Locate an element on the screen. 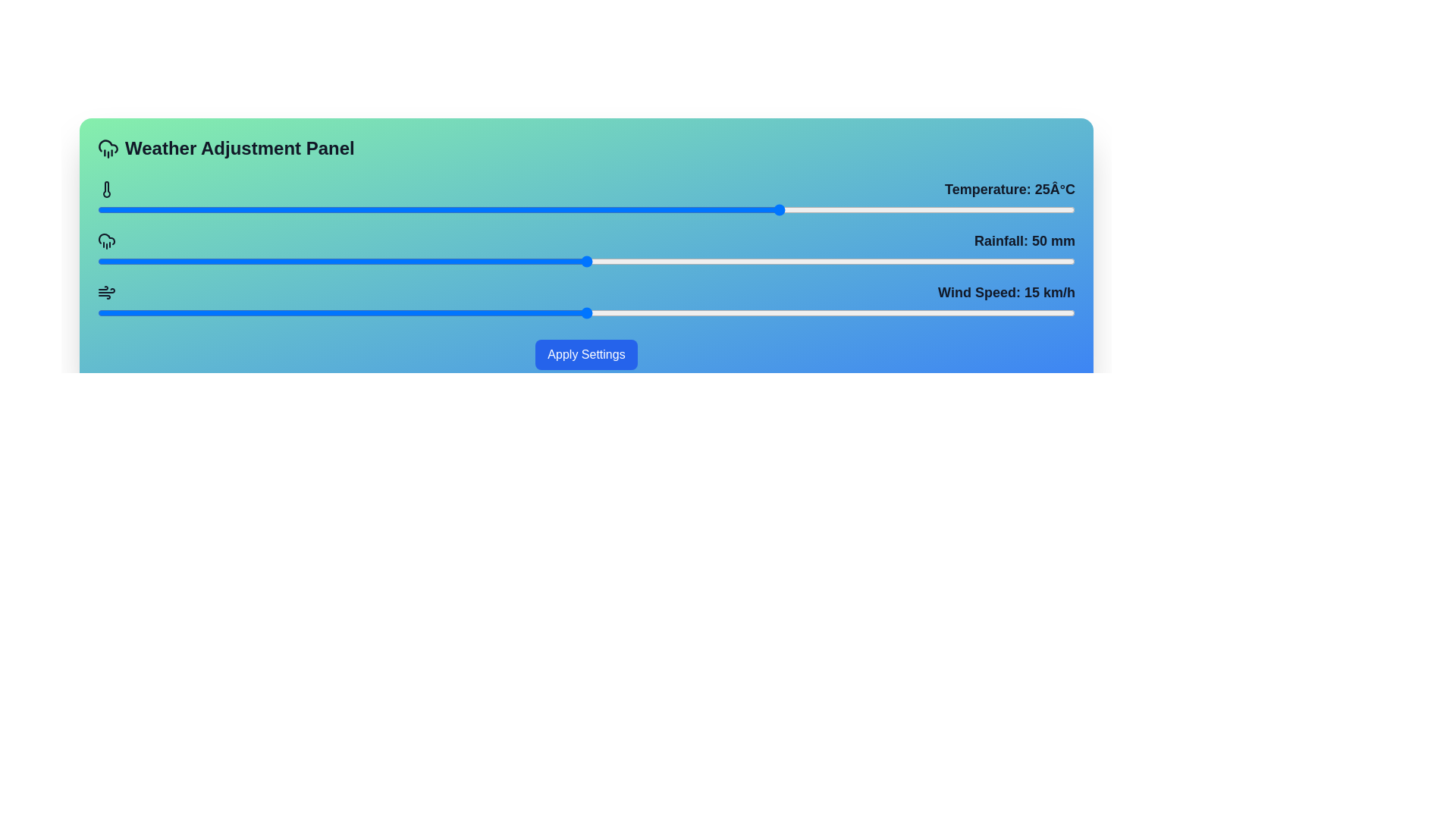  the marker of the slider labeled 'Wind Speed: 15 km/h' is located at coordinates (585, 301).